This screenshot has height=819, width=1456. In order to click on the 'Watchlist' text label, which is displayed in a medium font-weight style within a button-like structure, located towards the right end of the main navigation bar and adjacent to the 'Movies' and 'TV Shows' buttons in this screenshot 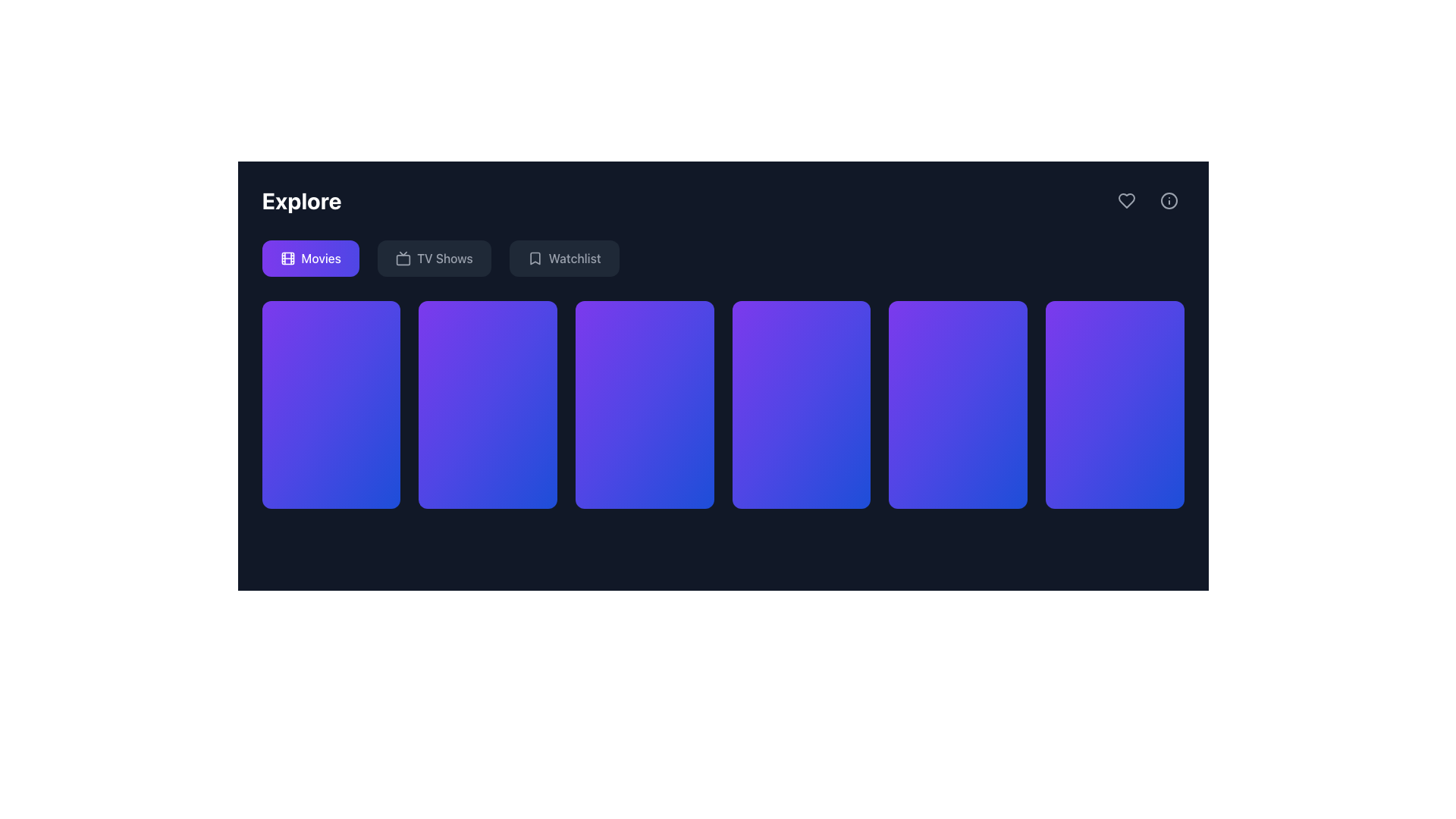, I will do `click(574, 257)`.